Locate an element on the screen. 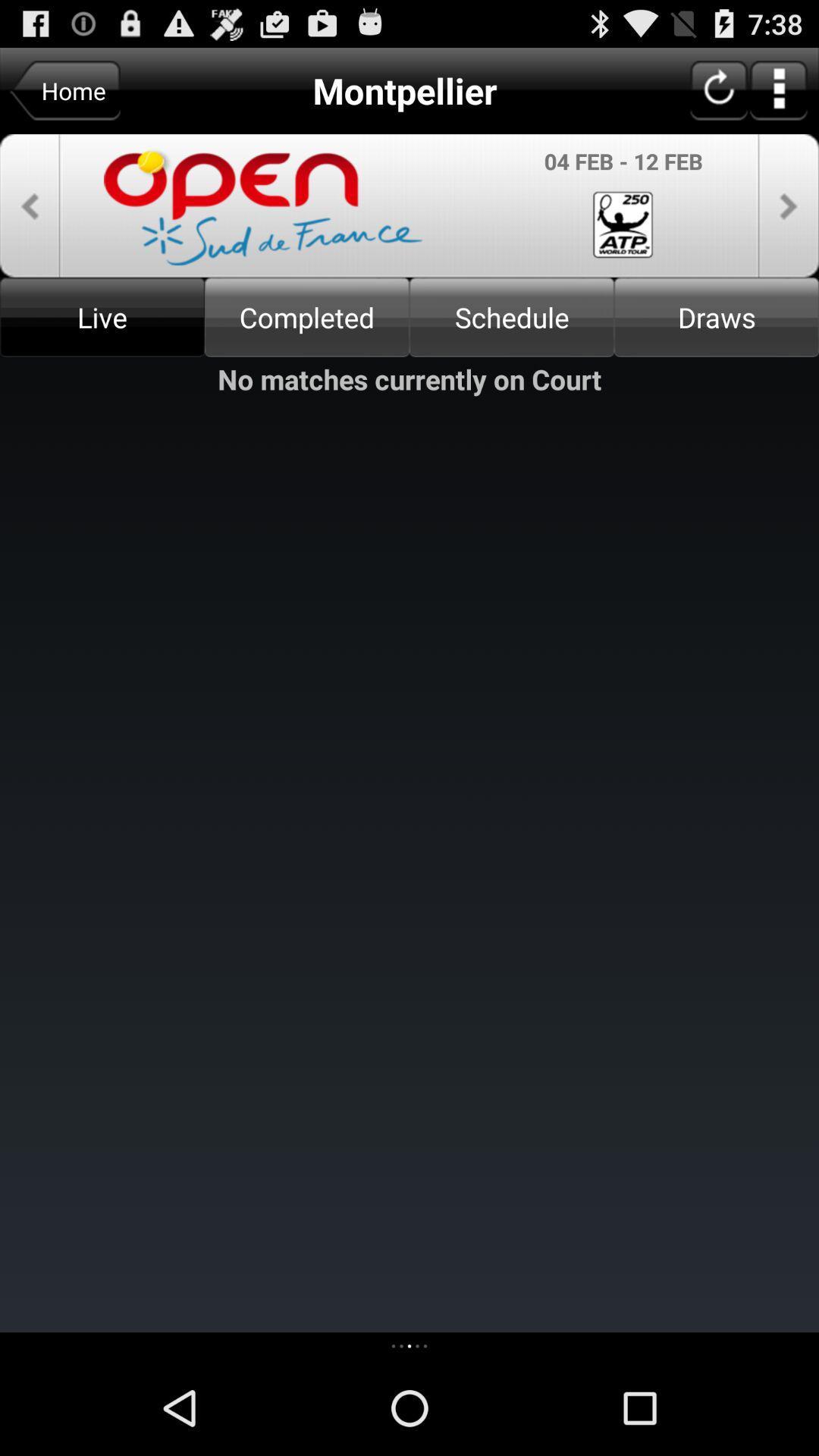 Image resolution: width=819 pixels, height=1456 pixels. the home button left to montpellier is located at coordinates (64, 89).